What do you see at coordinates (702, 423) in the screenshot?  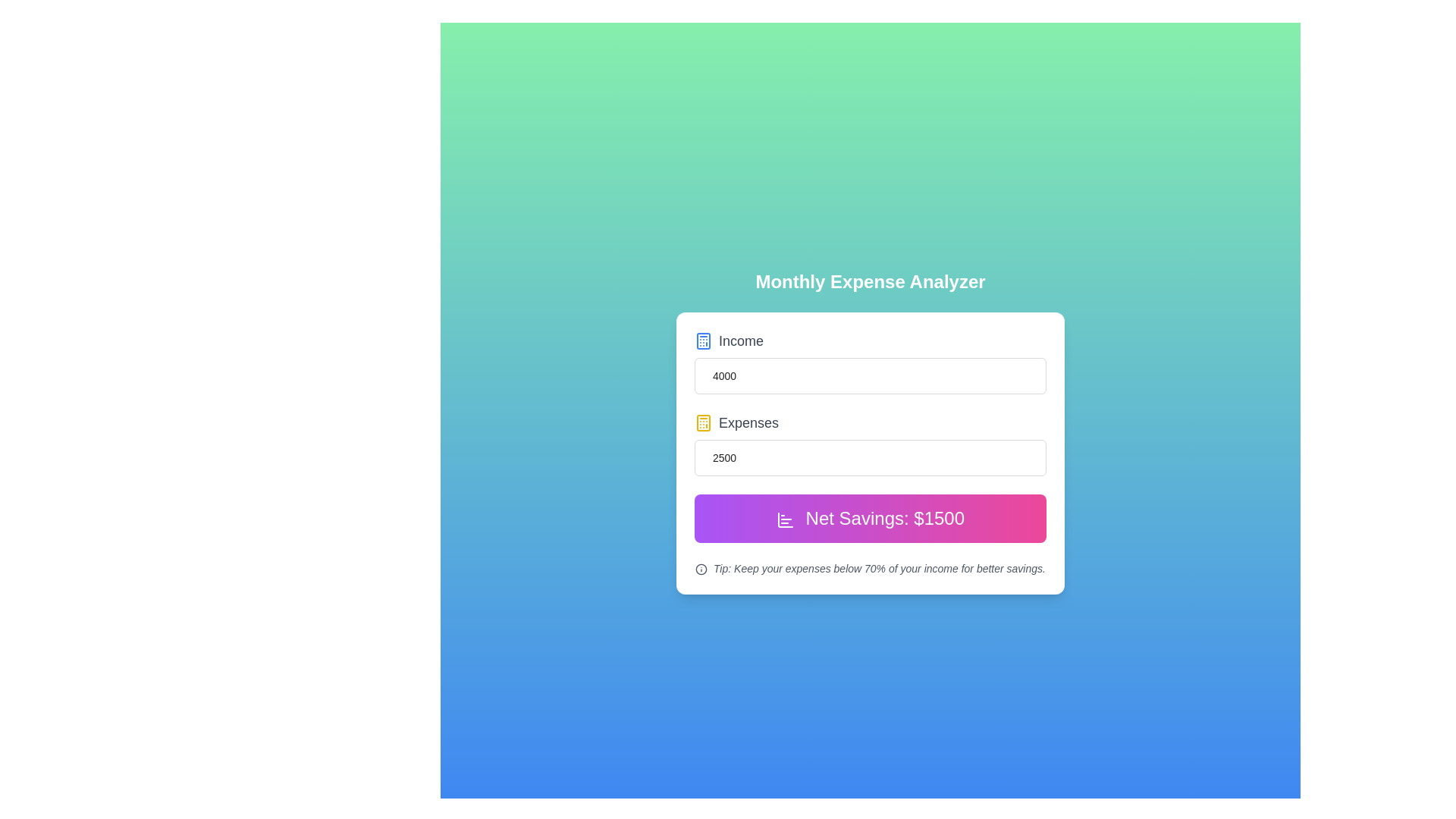 I see `the expense-related icon located directly to the left of the 'Expenses' label within the form interface` at bounding box center [702, 423].